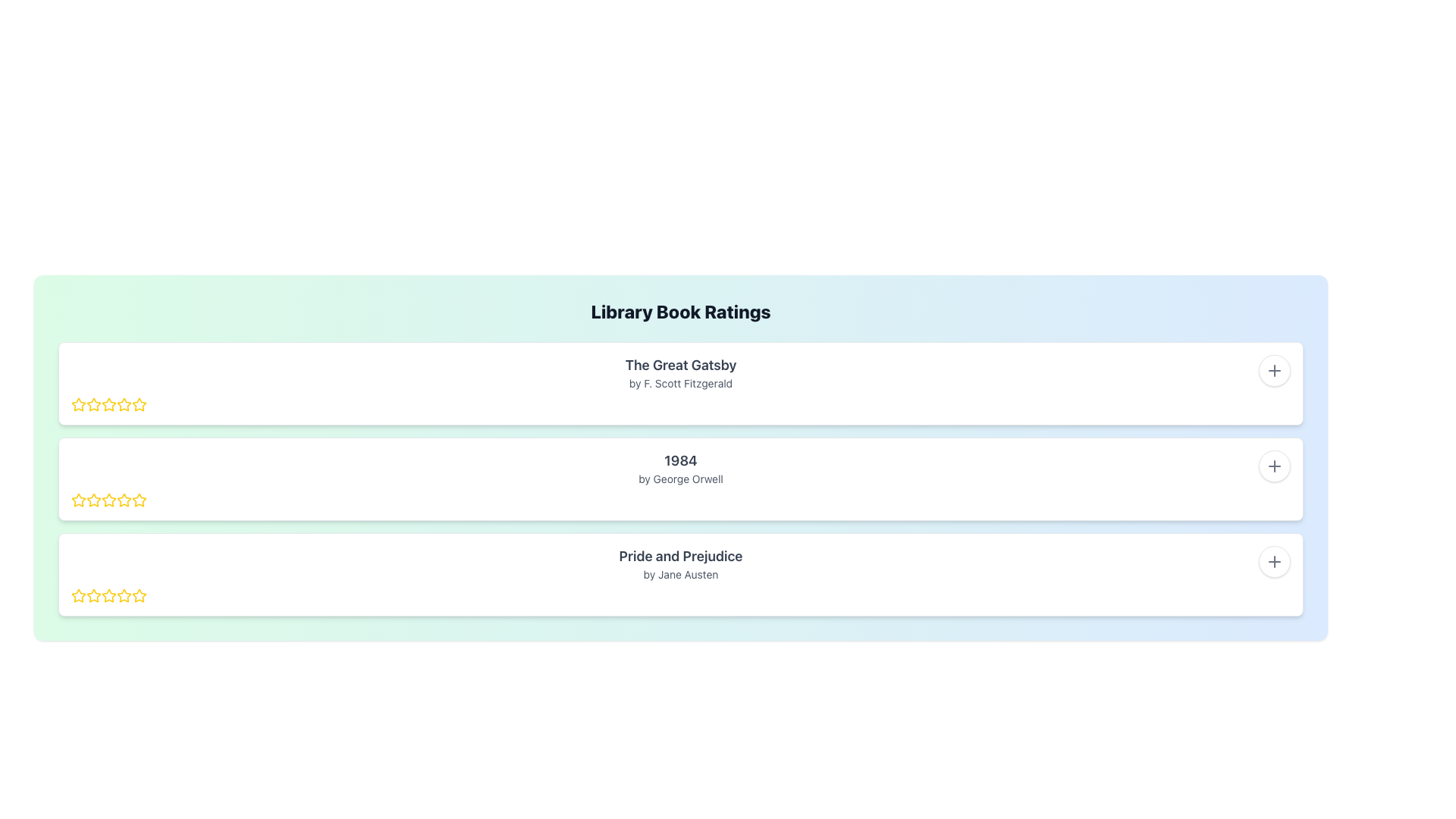  Describe the element at coordinates (93, 595) in the screenshot. I see `the first star icon in the rating system for the book 'Pride and Prejudice' to provide feedback` at that location.